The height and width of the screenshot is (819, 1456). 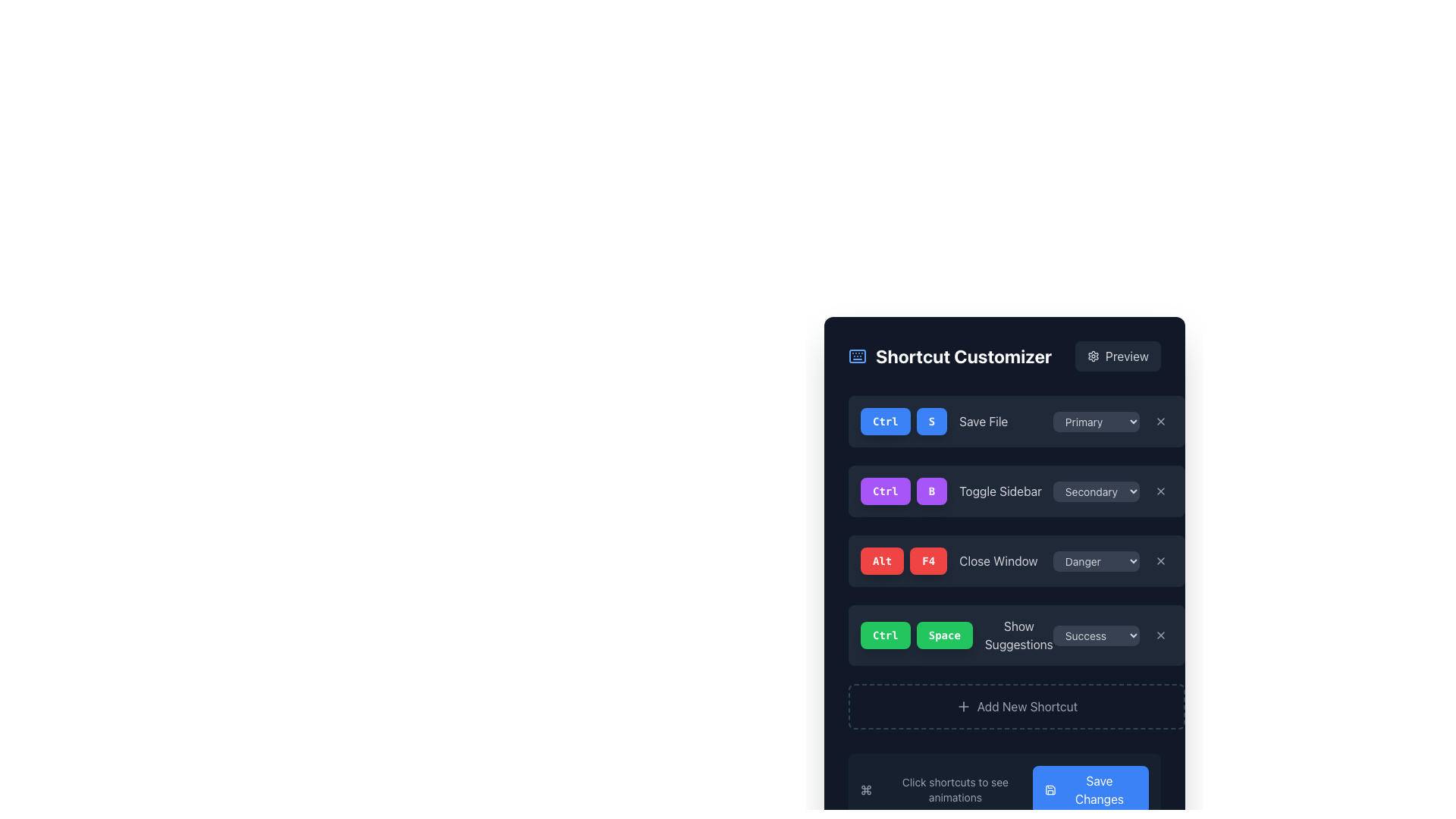 What do you see at coordinates (1094, 356) in the screenshot?
I see `the settings gear icon located at the top-right corner of the interface` at bounding box center [1094, 356].